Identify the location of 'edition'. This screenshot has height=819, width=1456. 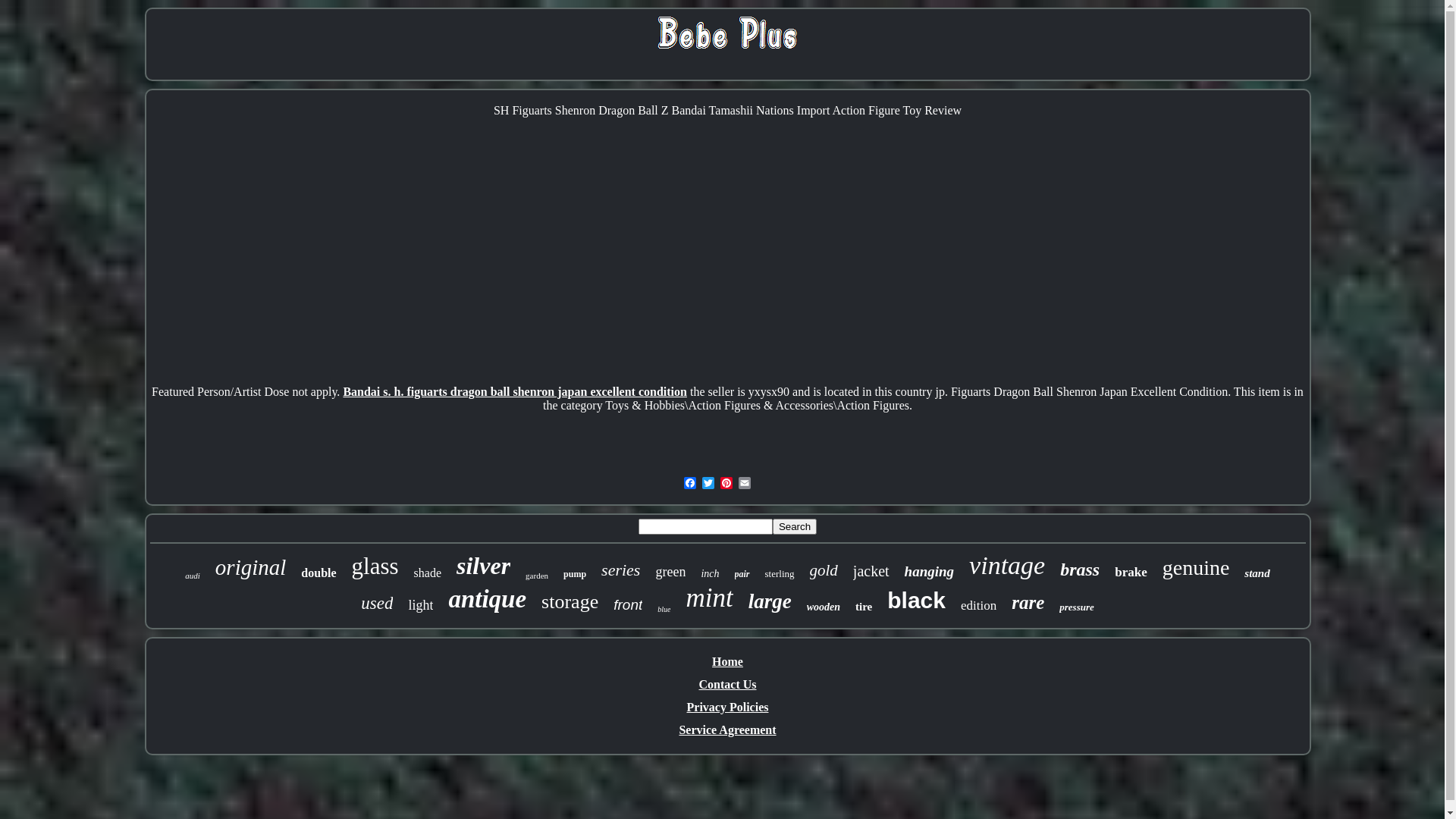
(978, 604).